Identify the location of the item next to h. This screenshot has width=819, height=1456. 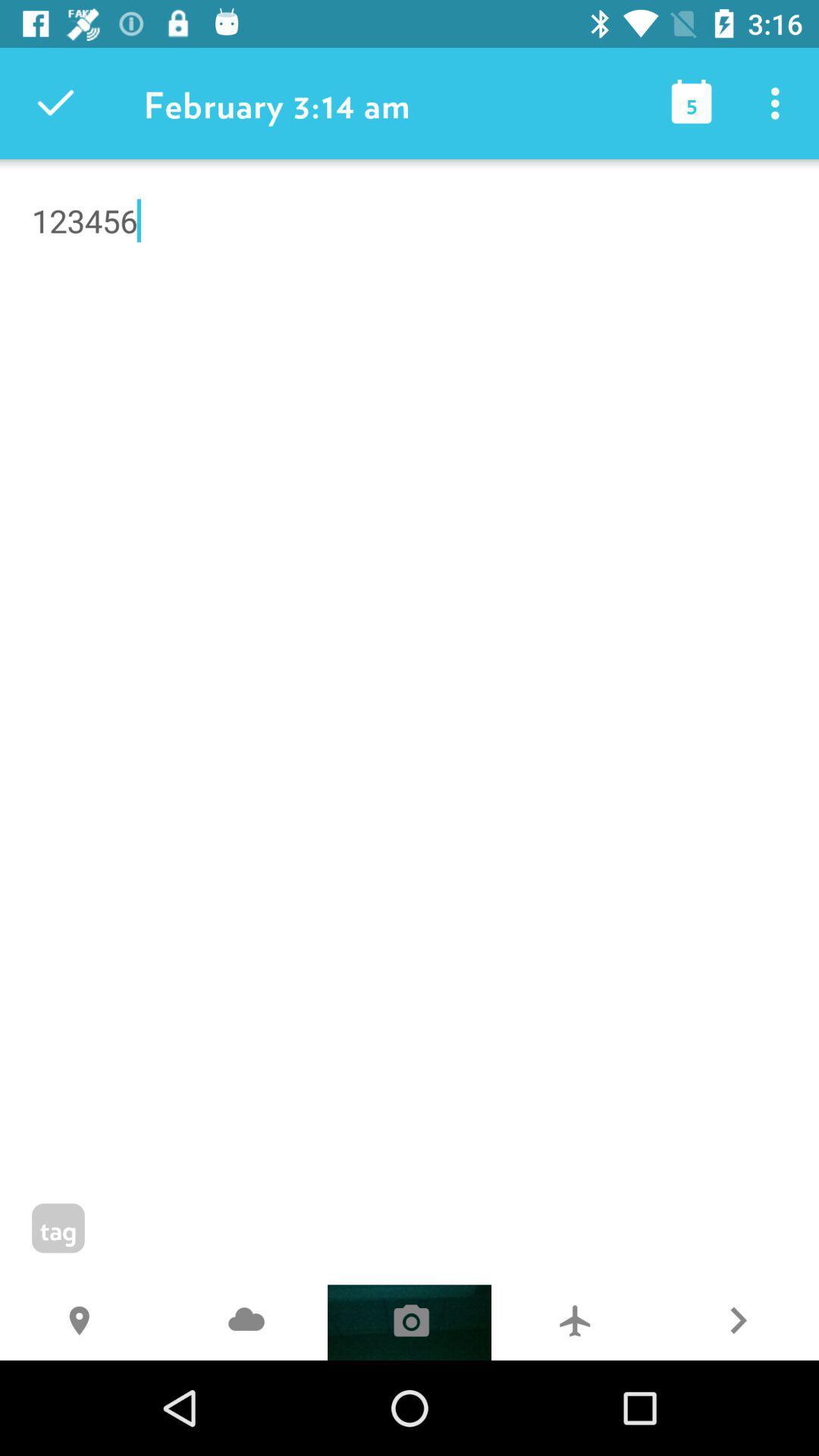
(245, 1322).